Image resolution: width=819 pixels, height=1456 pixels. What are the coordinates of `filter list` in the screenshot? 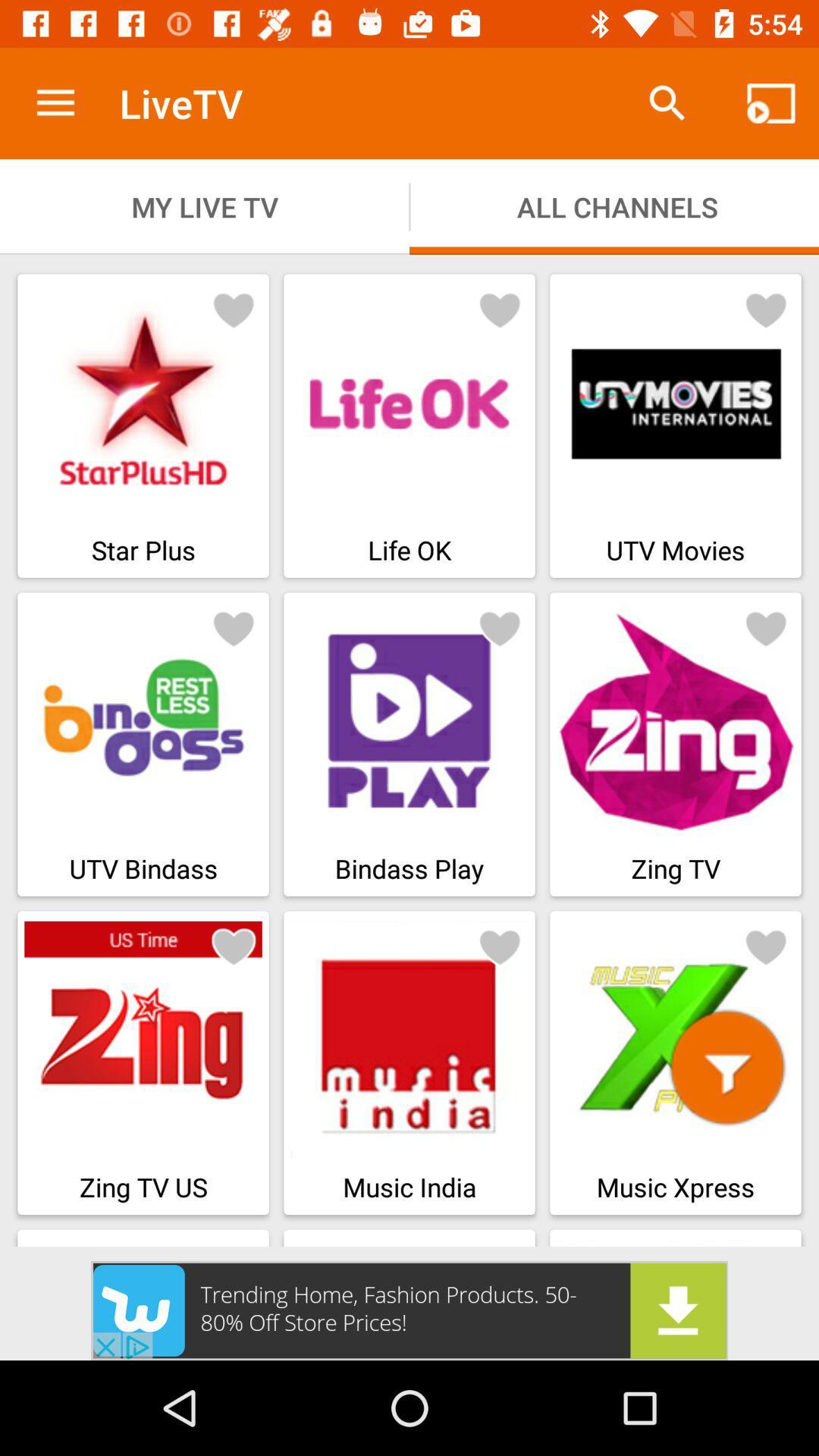 It's located at (726, 1066).